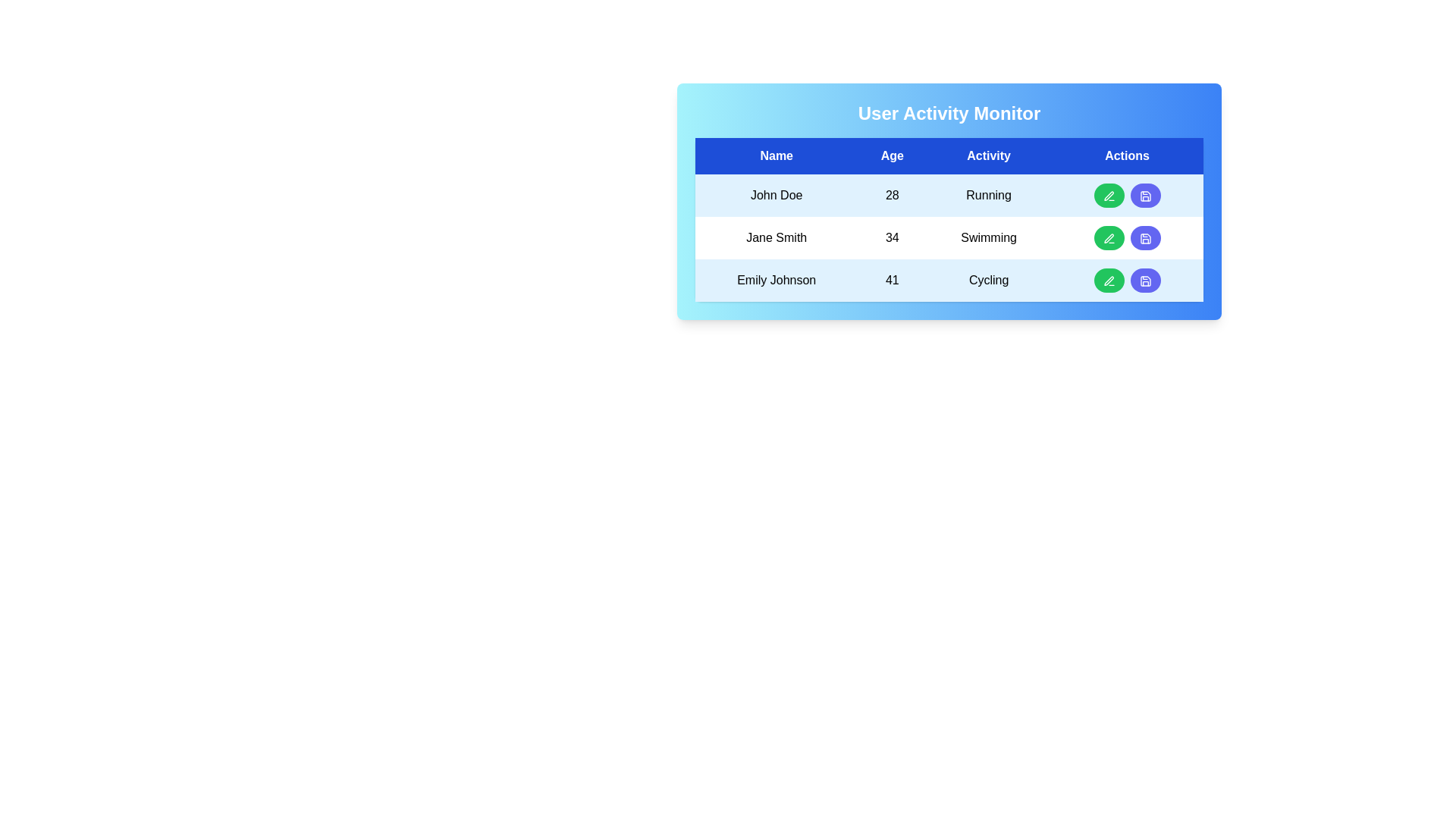  Describe the element at coordinates (1109, 237) in the screenshot. I see `the edit button for the Jane Smith row` at that location.